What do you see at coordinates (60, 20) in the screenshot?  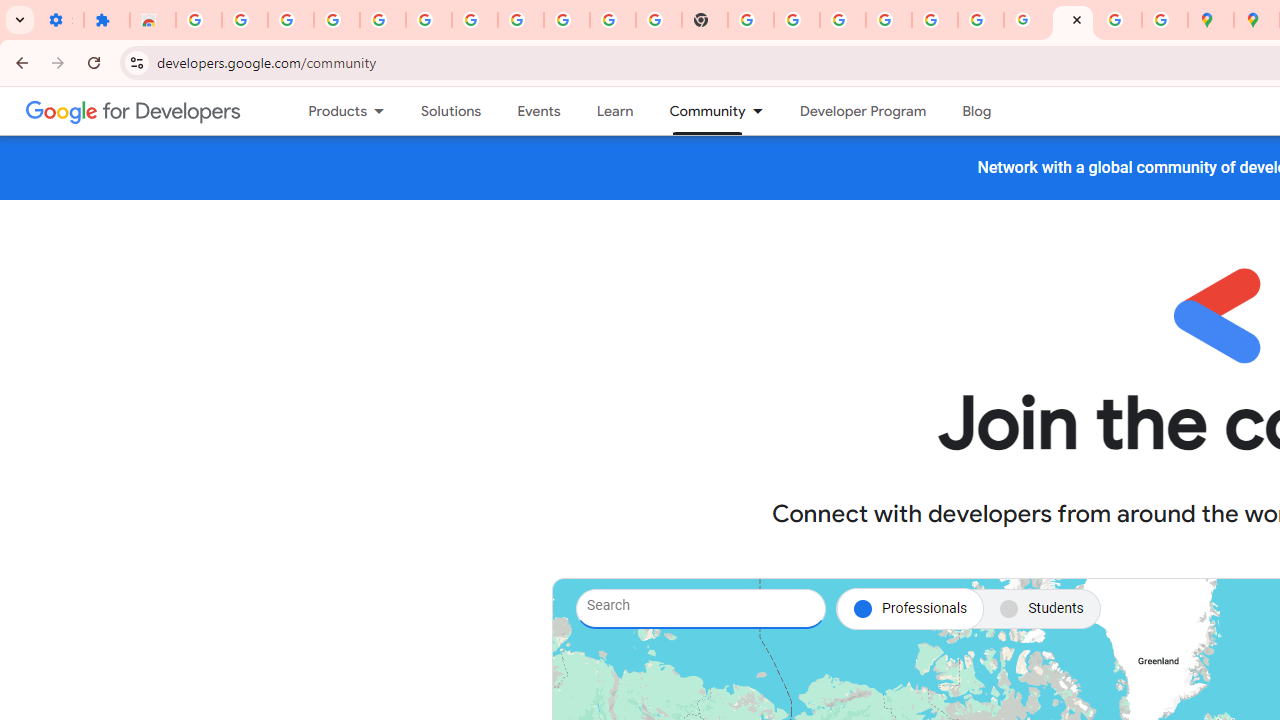 I see `'Settings - On startup'` at bounding box center [60, 20].